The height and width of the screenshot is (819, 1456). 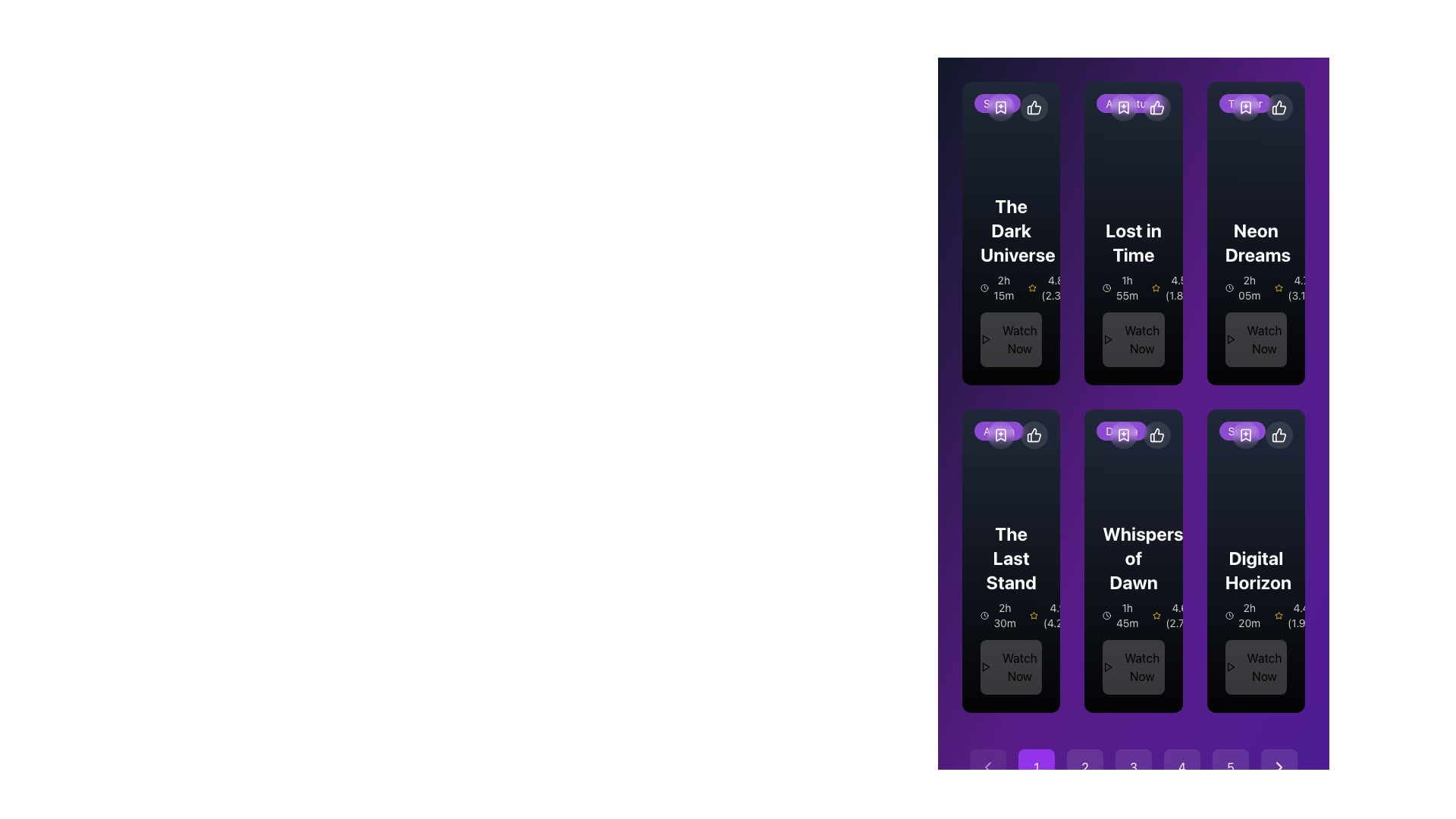 I want to click on the text indicator displaying a duration of '2h 30m' next to a clock icon, which is styled in white against a dark background, located beneath the title 'The Last Stand', so click(x=999, y=616).